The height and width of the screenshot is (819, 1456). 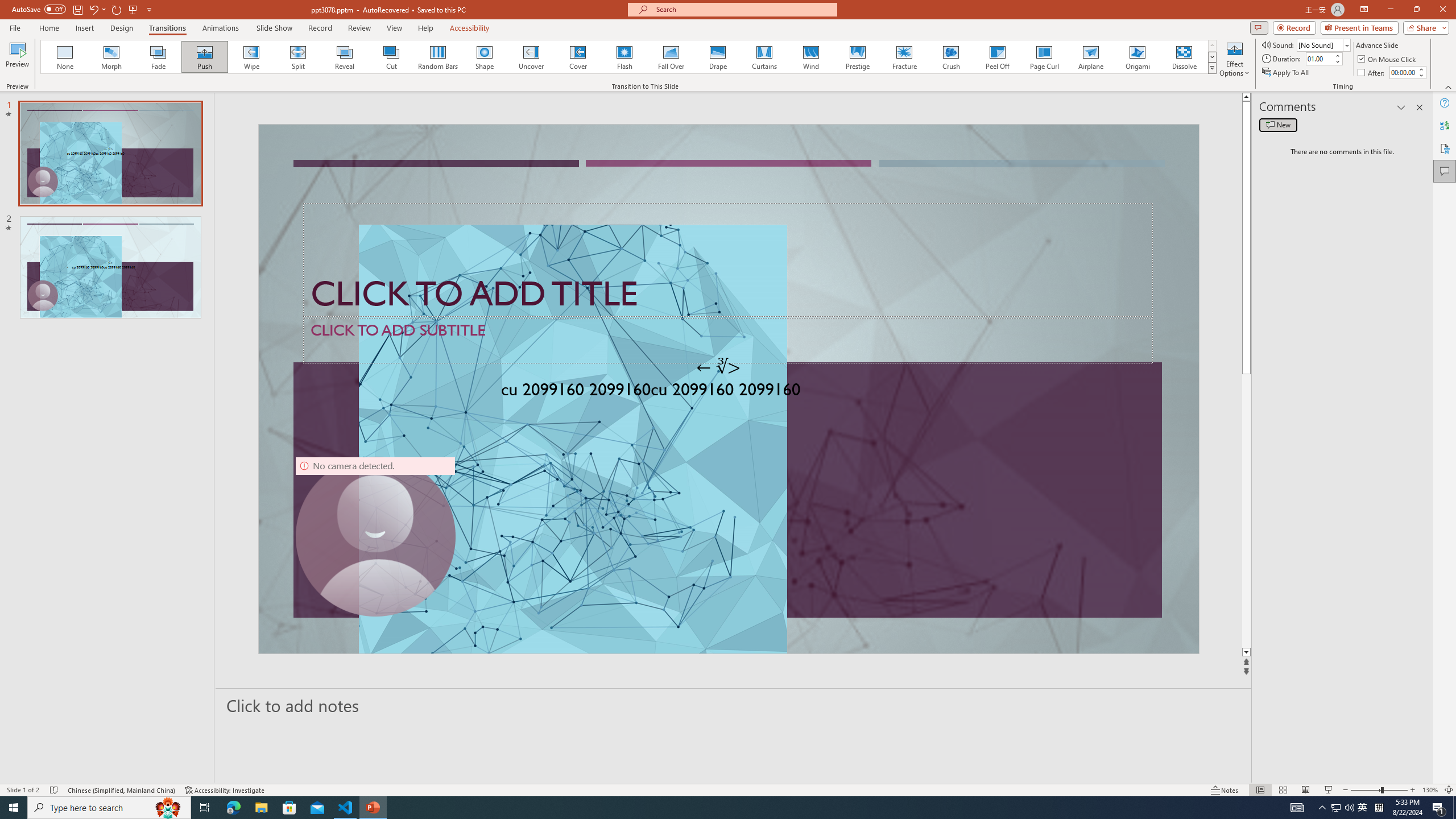 I want to click on 'Fade', so click(x=158, y=56).